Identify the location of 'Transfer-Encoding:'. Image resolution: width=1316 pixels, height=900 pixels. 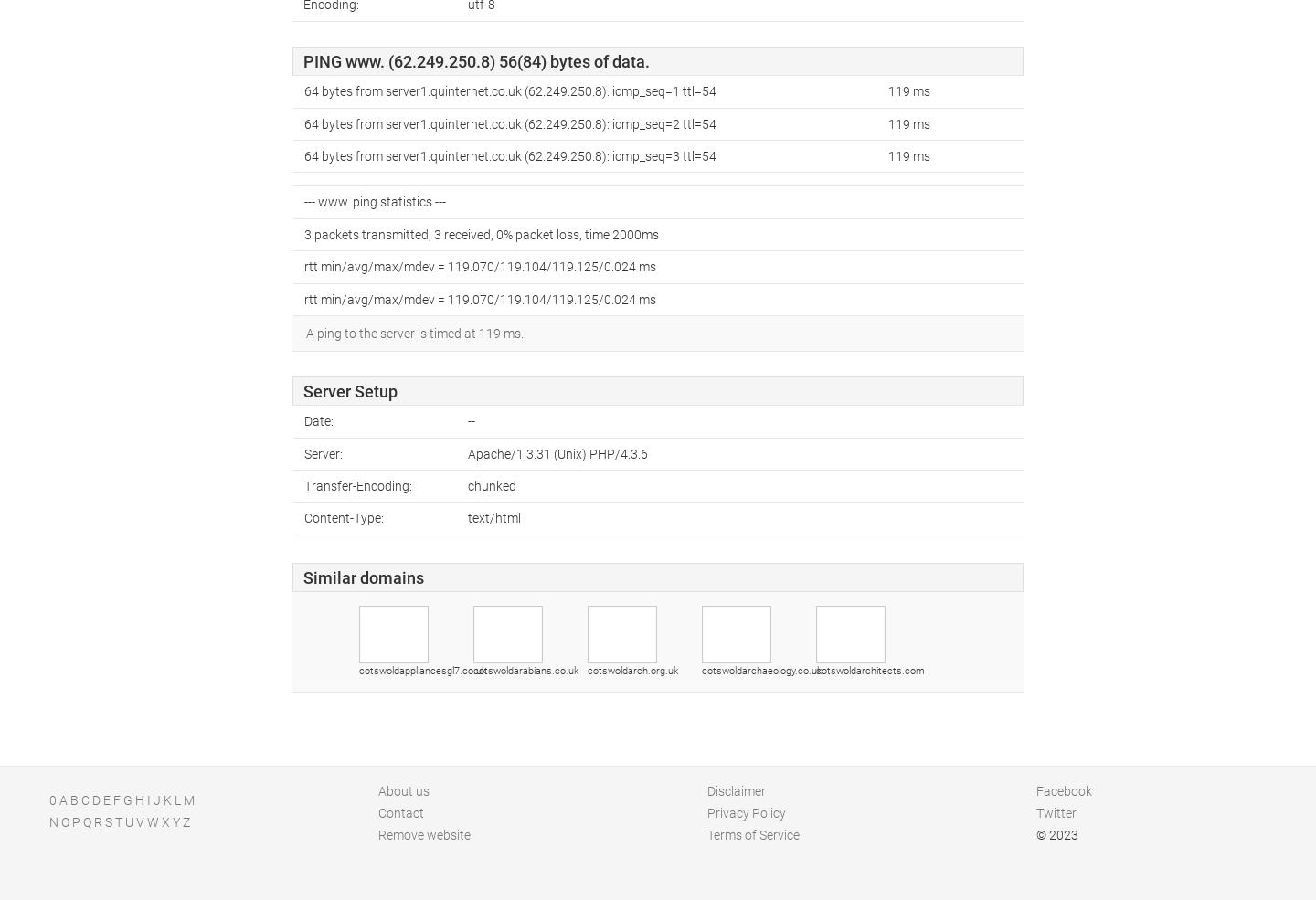
(356, 485).